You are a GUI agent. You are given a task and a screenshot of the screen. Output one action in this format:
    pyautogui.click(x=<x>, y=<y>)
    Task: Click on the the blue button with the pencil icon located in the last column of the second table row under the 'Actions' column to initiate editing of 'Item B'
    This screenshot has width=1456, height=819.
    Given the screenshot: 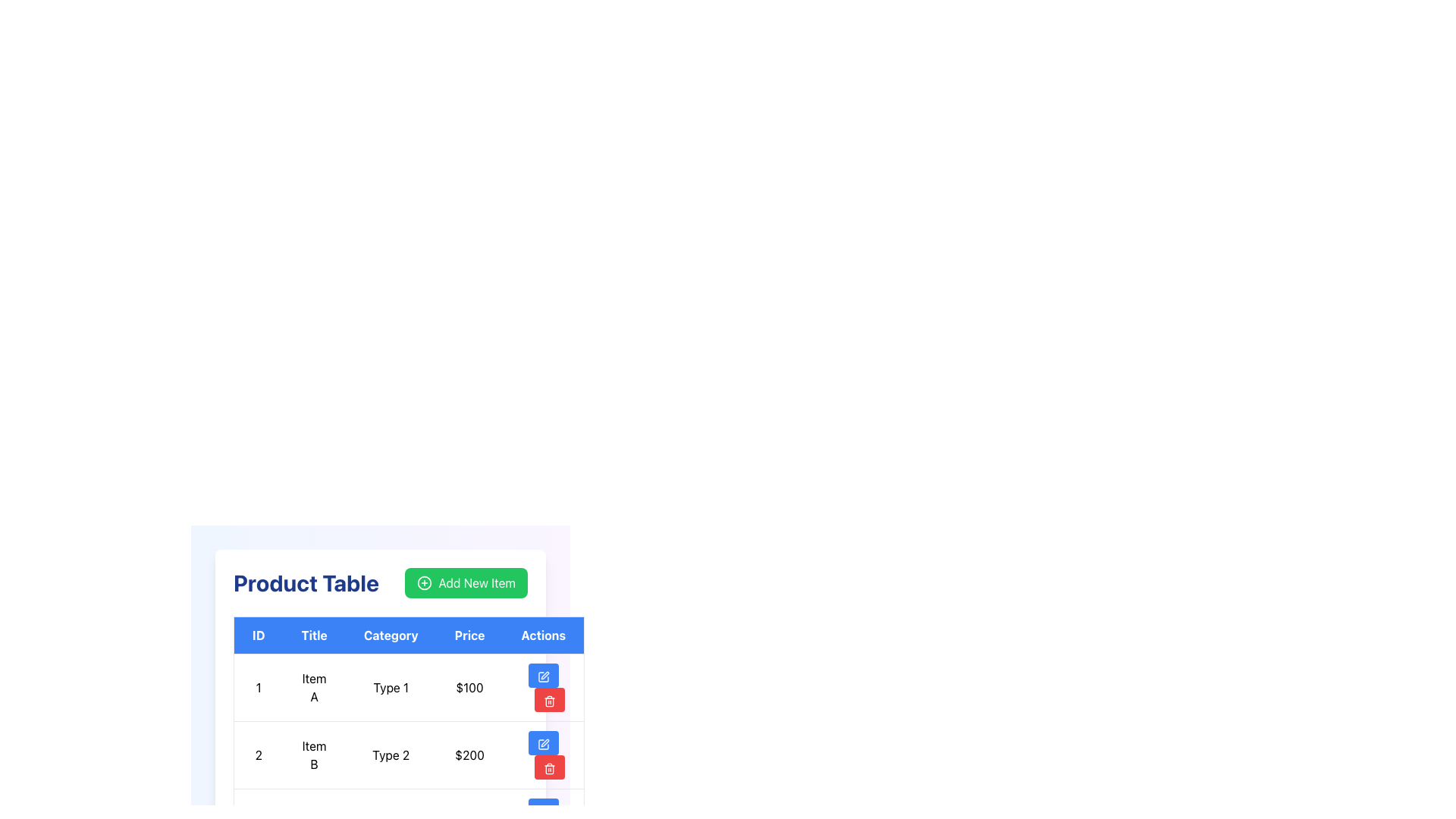 What is the action you would take?
    pyautogui.click(x=544, y=755)
    